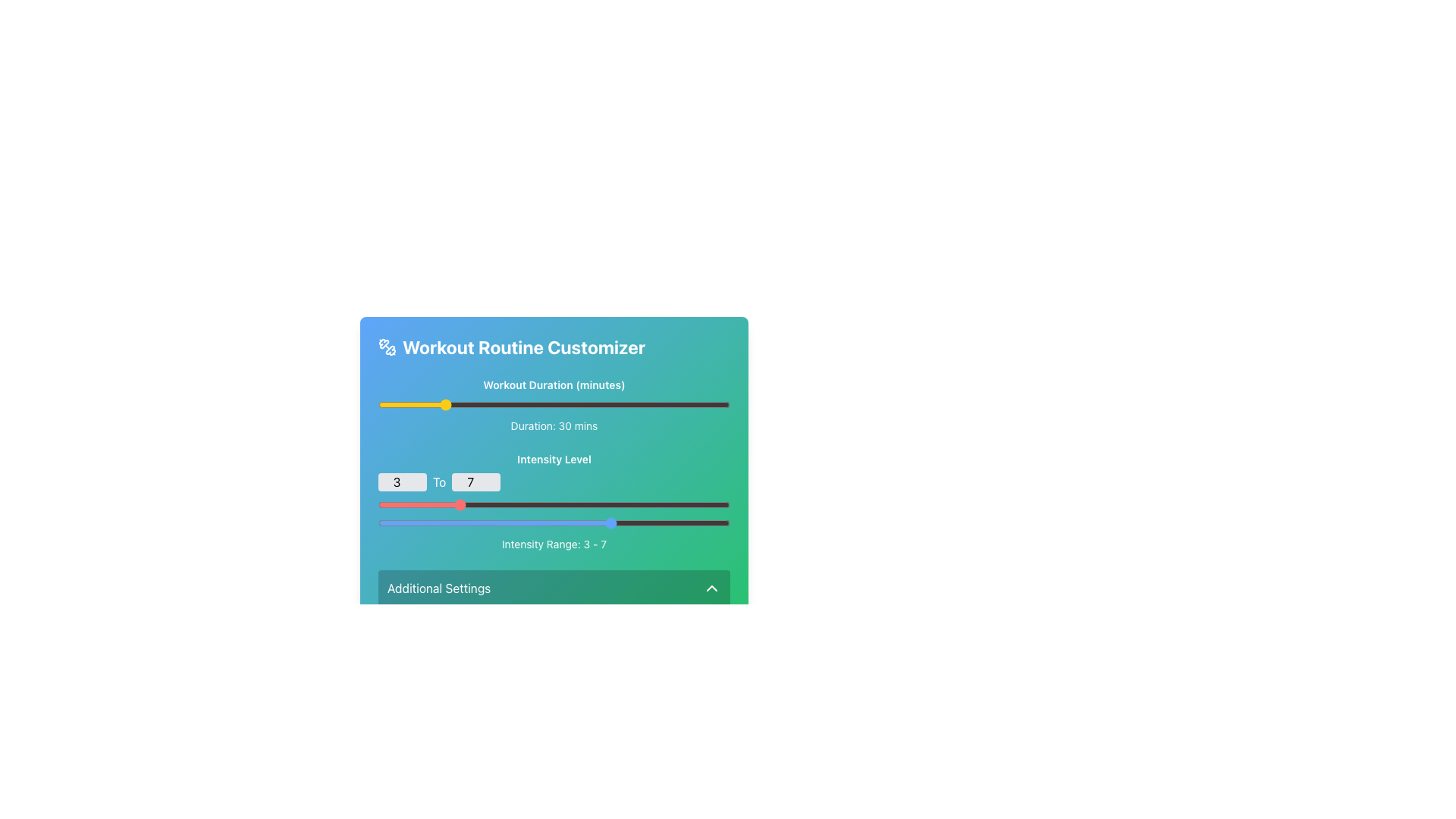 The height and width of the screenshot is (819, 1456). Describe the element at coordinates (403, 403) in the screenshot. I see `workout duration` at that location.